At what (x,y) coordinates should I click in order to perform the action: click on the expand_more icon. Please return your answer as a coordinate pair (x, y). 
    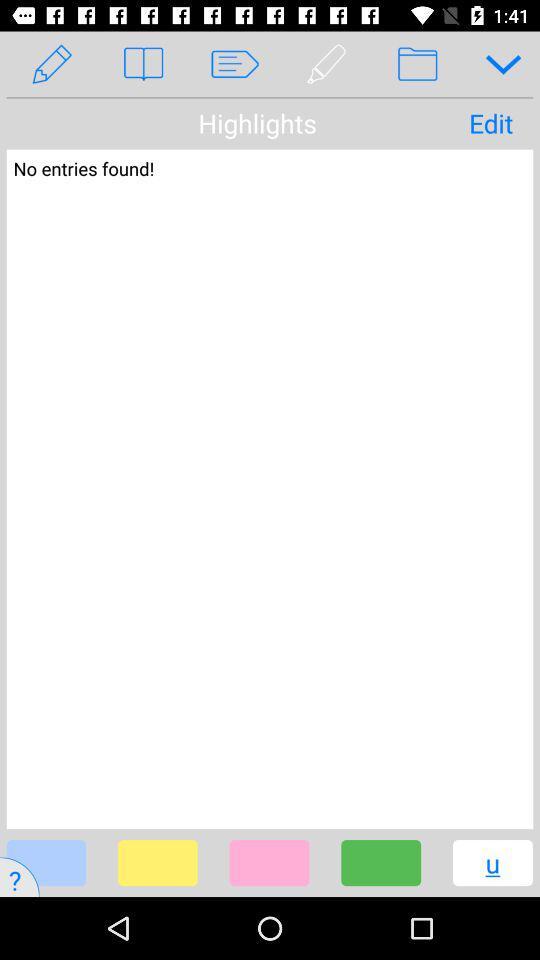
    Looking at the image, I should click on (495, 64).